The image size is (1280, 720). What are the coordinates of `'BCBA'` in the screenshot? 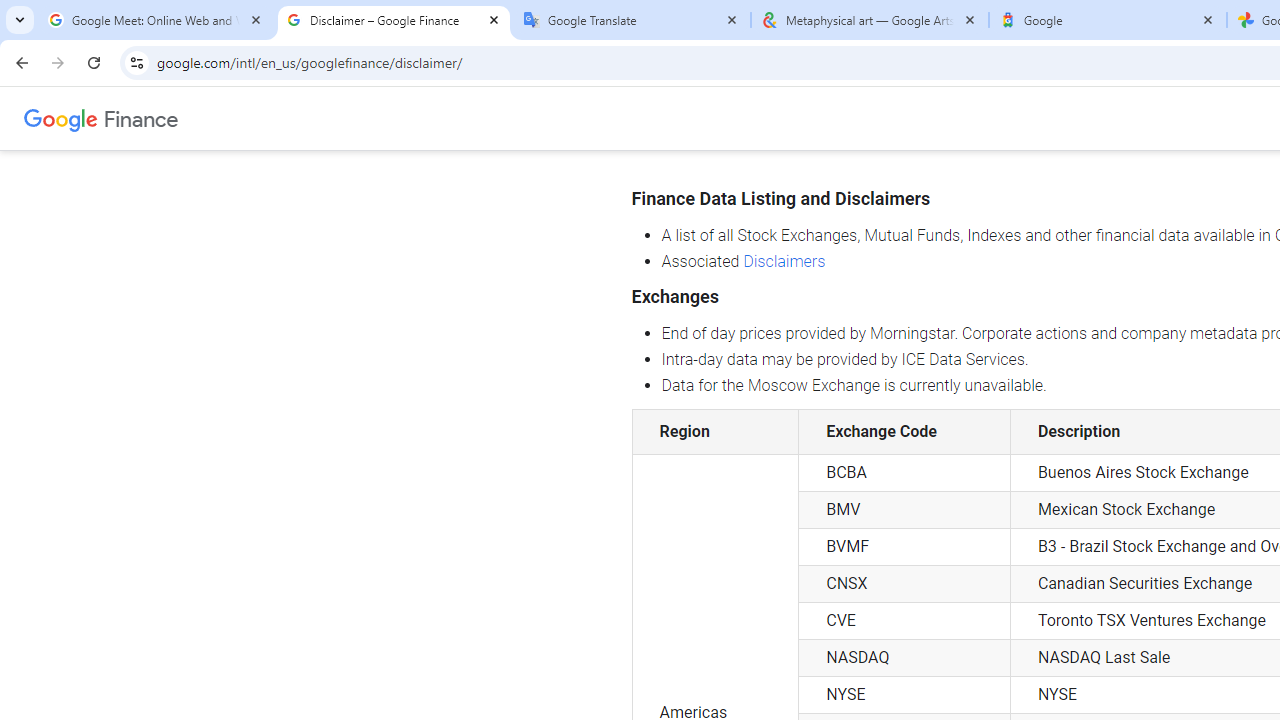 It's located at (903, 473).